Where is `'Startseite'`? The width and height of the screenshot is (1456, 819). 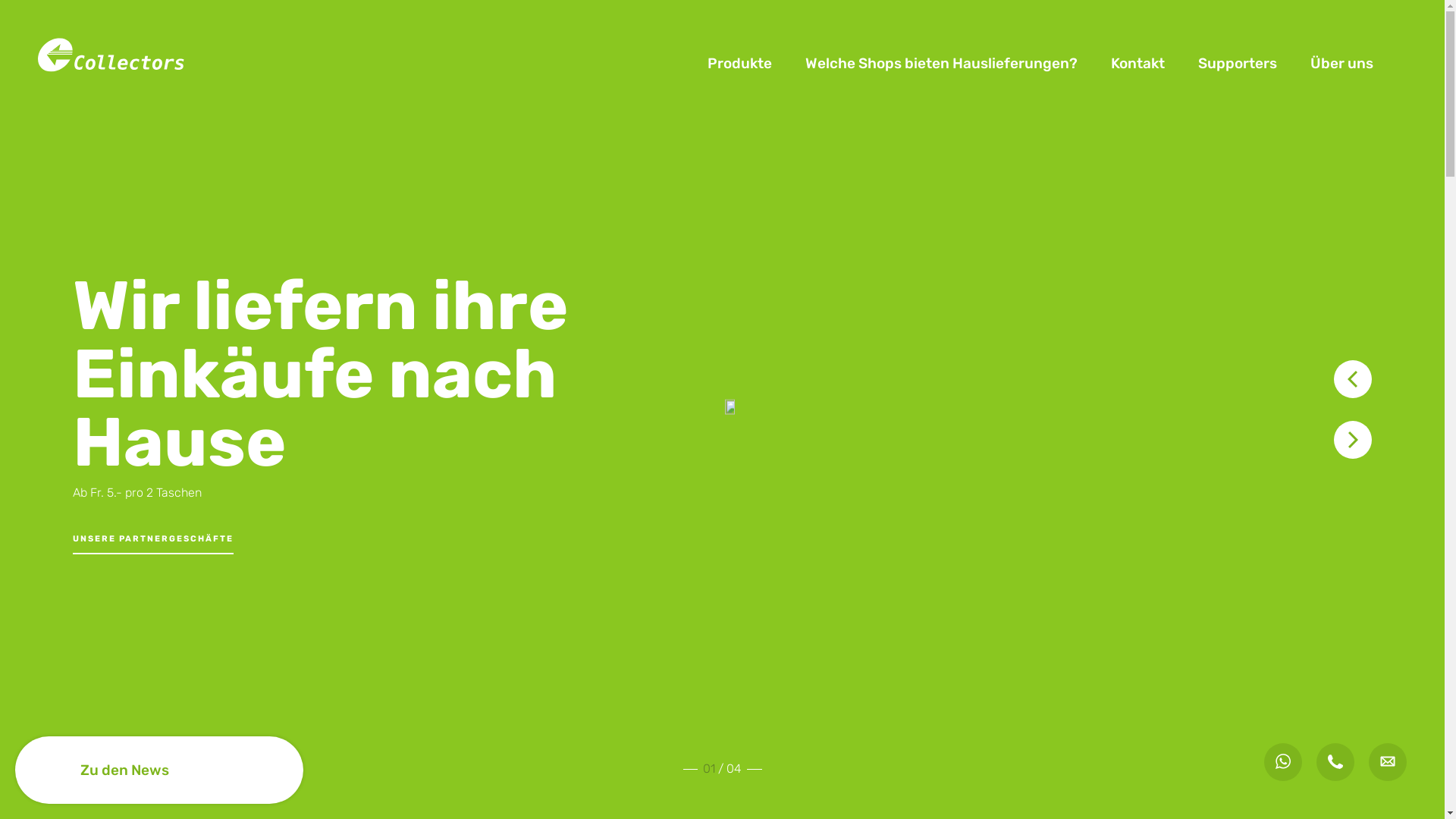 'Startseite' is located at coordinates (112, 61).